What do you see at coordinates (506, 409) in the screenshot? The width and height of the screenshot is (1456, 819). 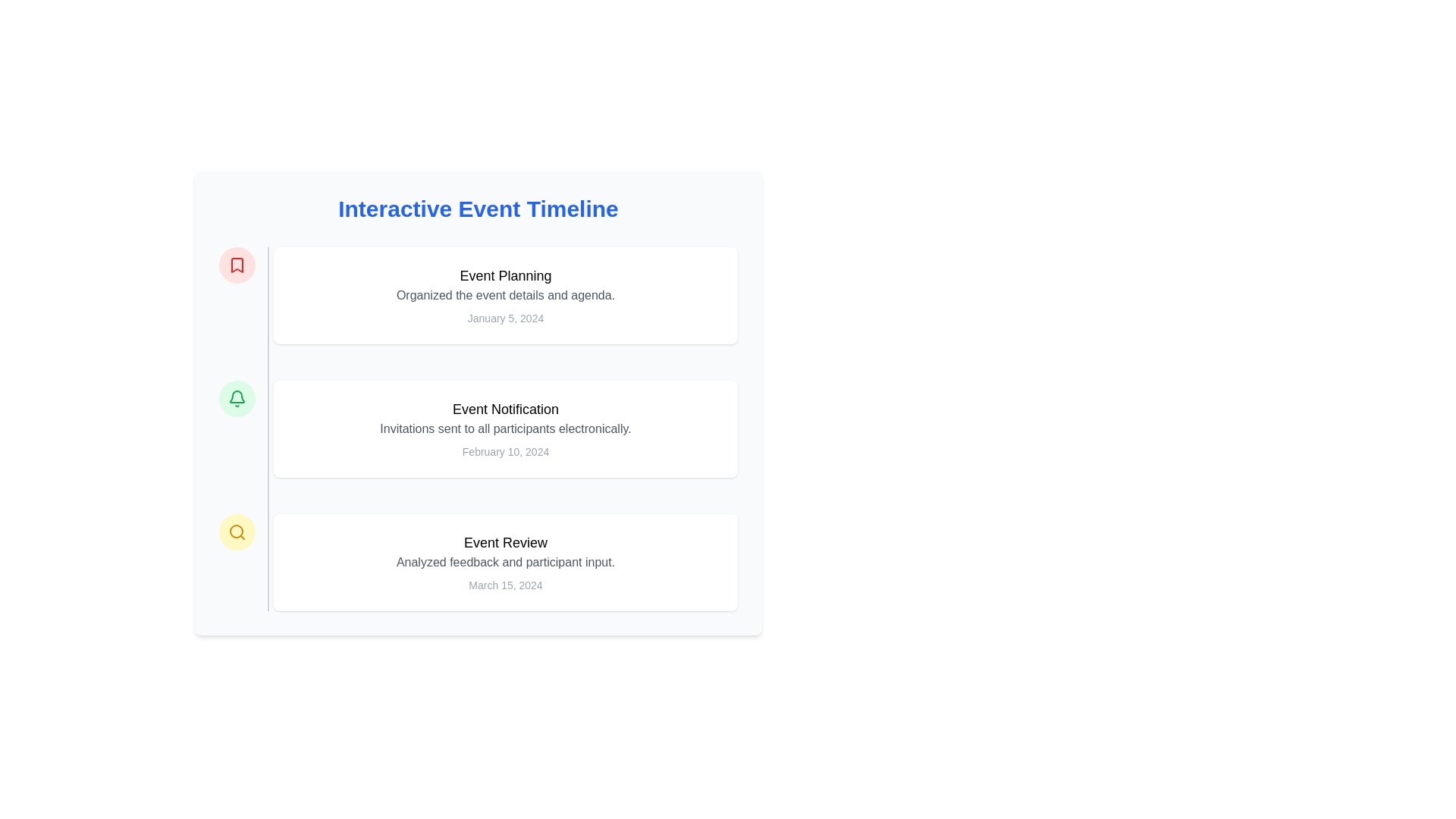 I see `the 'Event Notification' static text header located in the second entry of the timeline list, which is styled in bold and medium-sized font within a rectangular card` at bounding box center [506, 409].